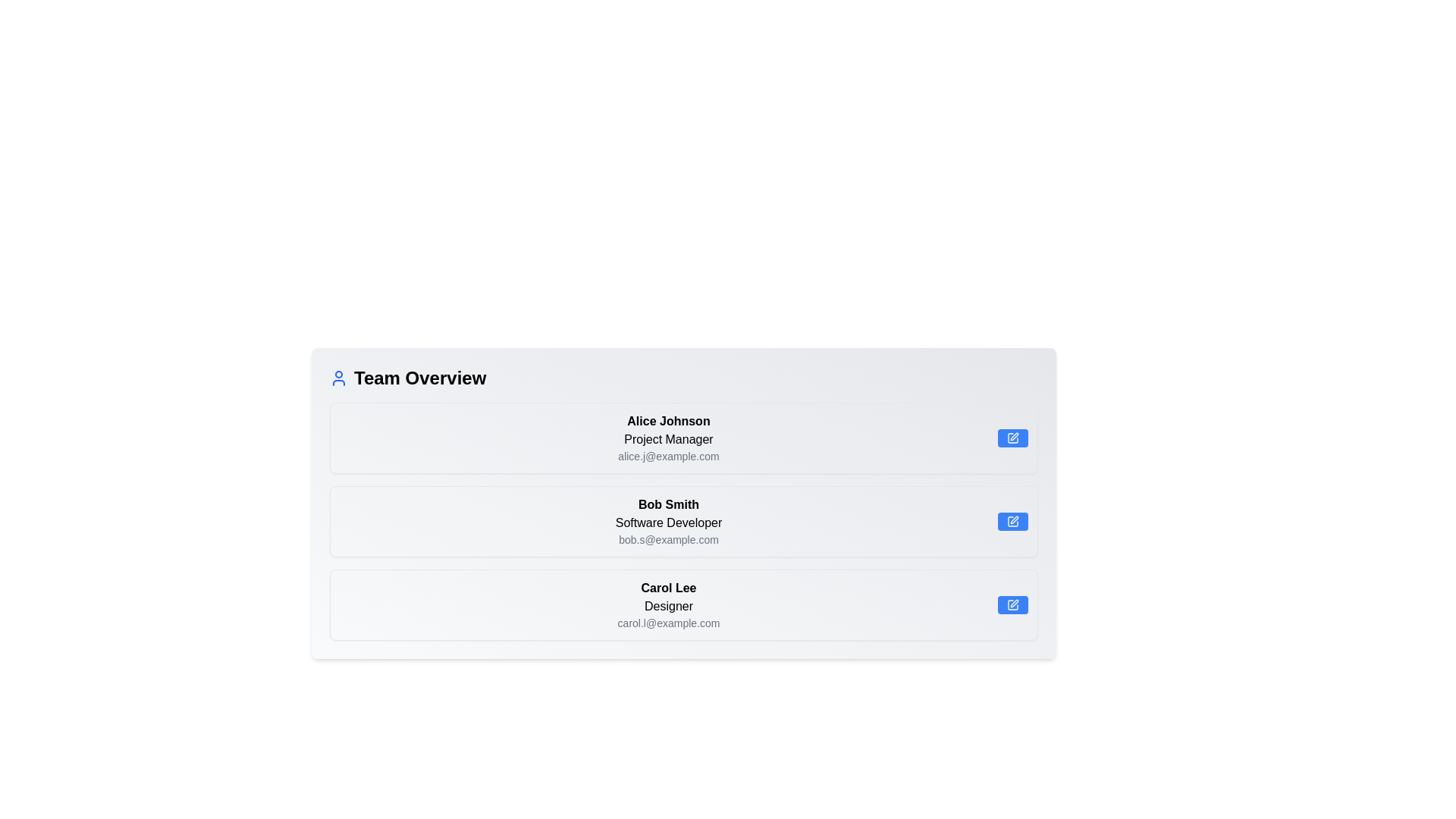 The height and width of the screenshot is (819, 1456). Describe the element at coordinates (668, 604) in the screenshot. I see `information presented in the Profile summary card for 'Carol Lee', which includes the name, profession title, and email address` at that location.